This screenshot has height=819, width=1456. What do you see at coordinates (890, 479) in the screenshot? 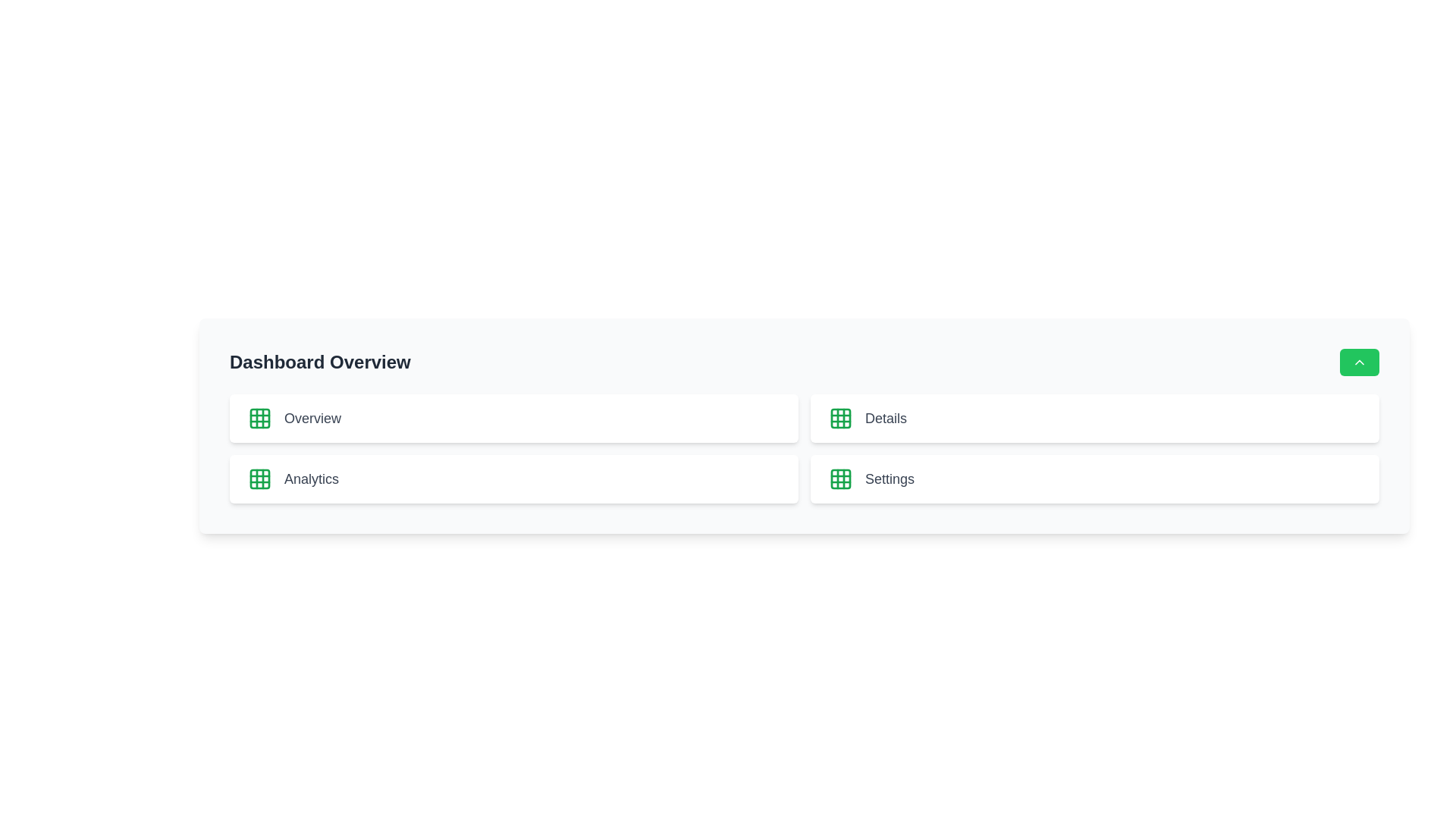
I see `the 'Settings' text label, which is displayed in a medium-sized gray font within a card-like structure in the second column of the second row, right-aligned with the 'Details' text above` at bounding box center [890, 479].